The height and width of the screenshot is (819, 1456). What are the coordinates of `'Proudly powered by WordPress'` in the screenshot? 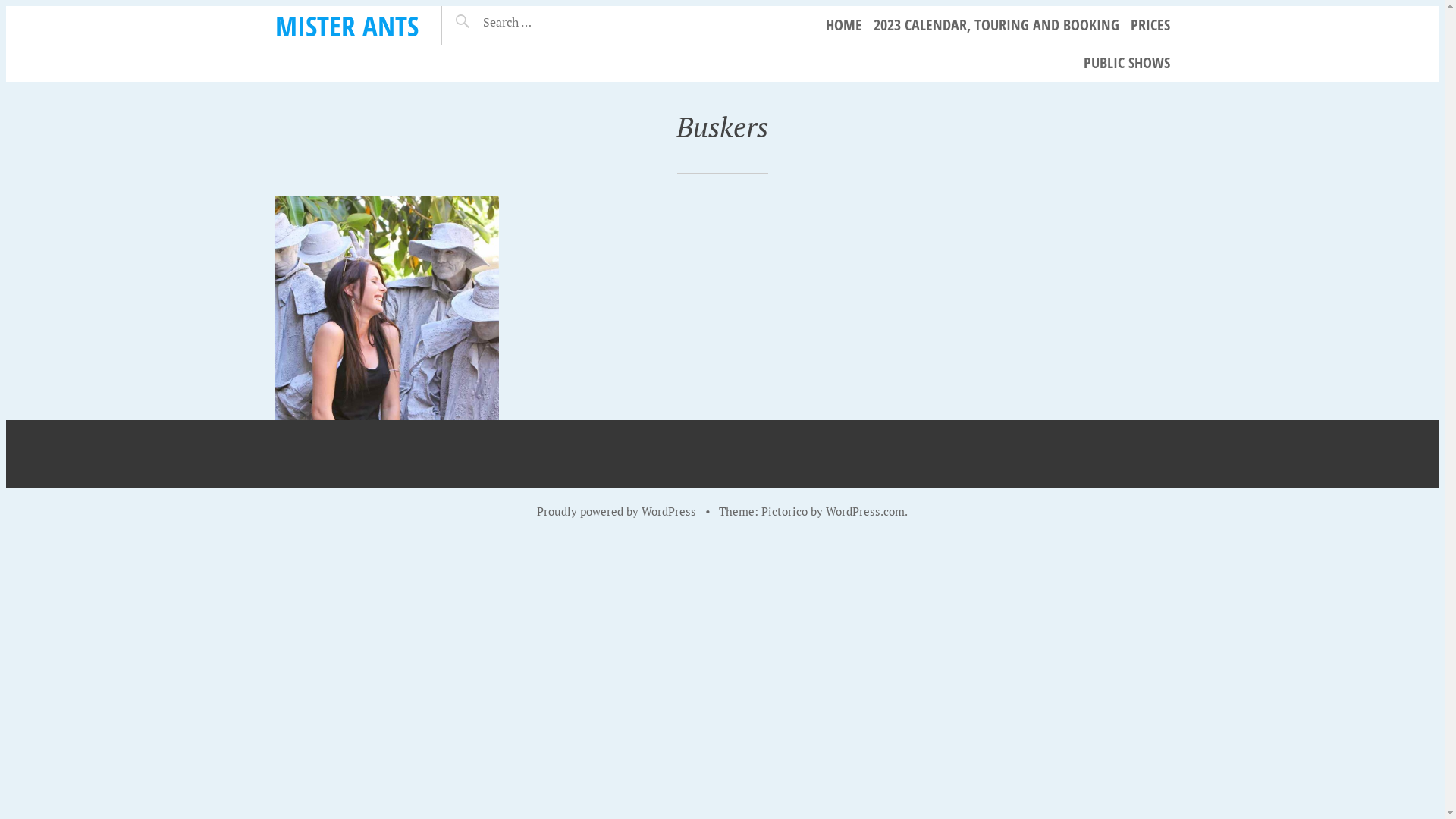 It's located at (537, 511).